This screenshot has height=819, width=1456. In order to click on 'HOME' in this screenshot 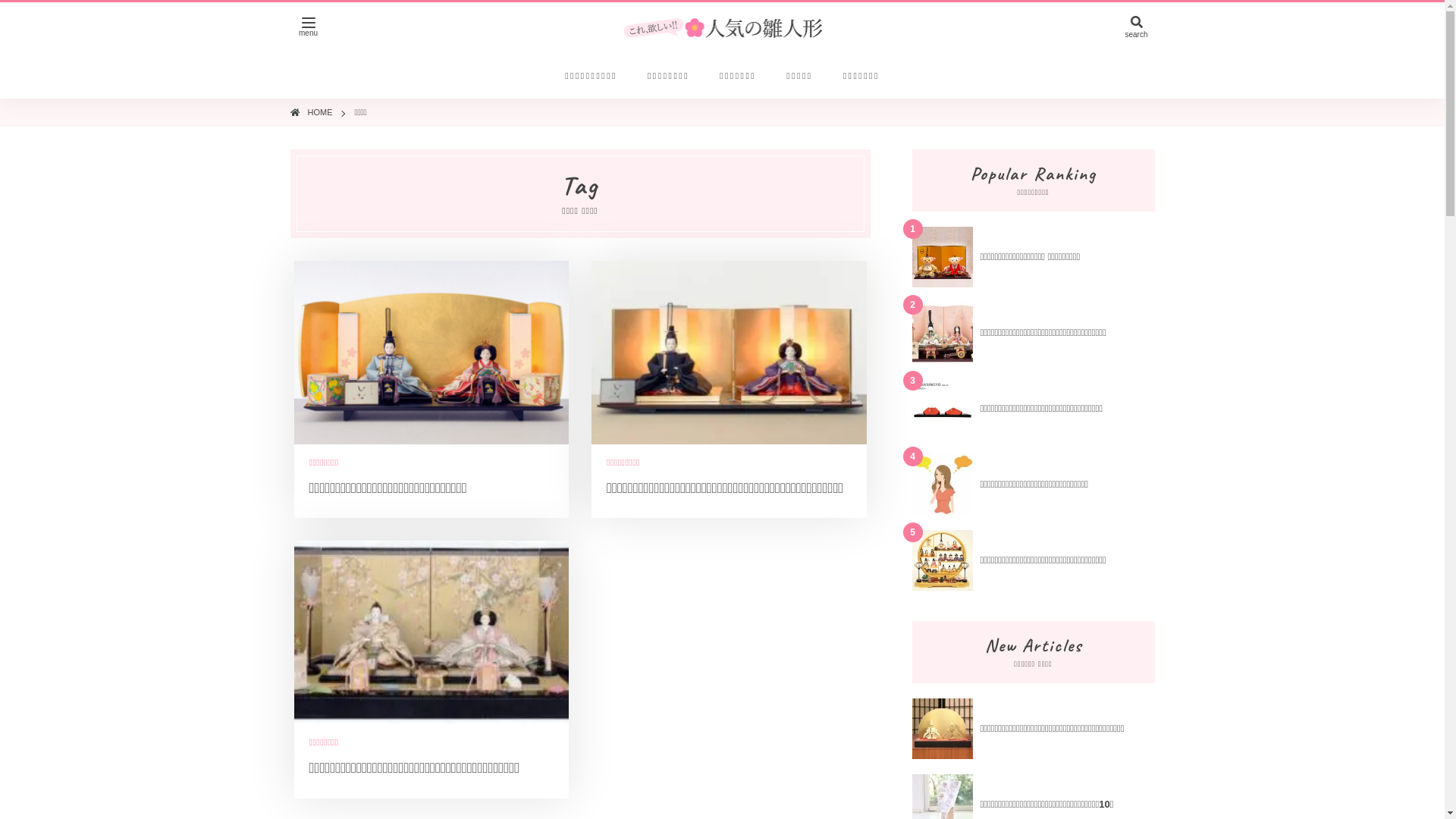, I will do `click(319, 111)`.